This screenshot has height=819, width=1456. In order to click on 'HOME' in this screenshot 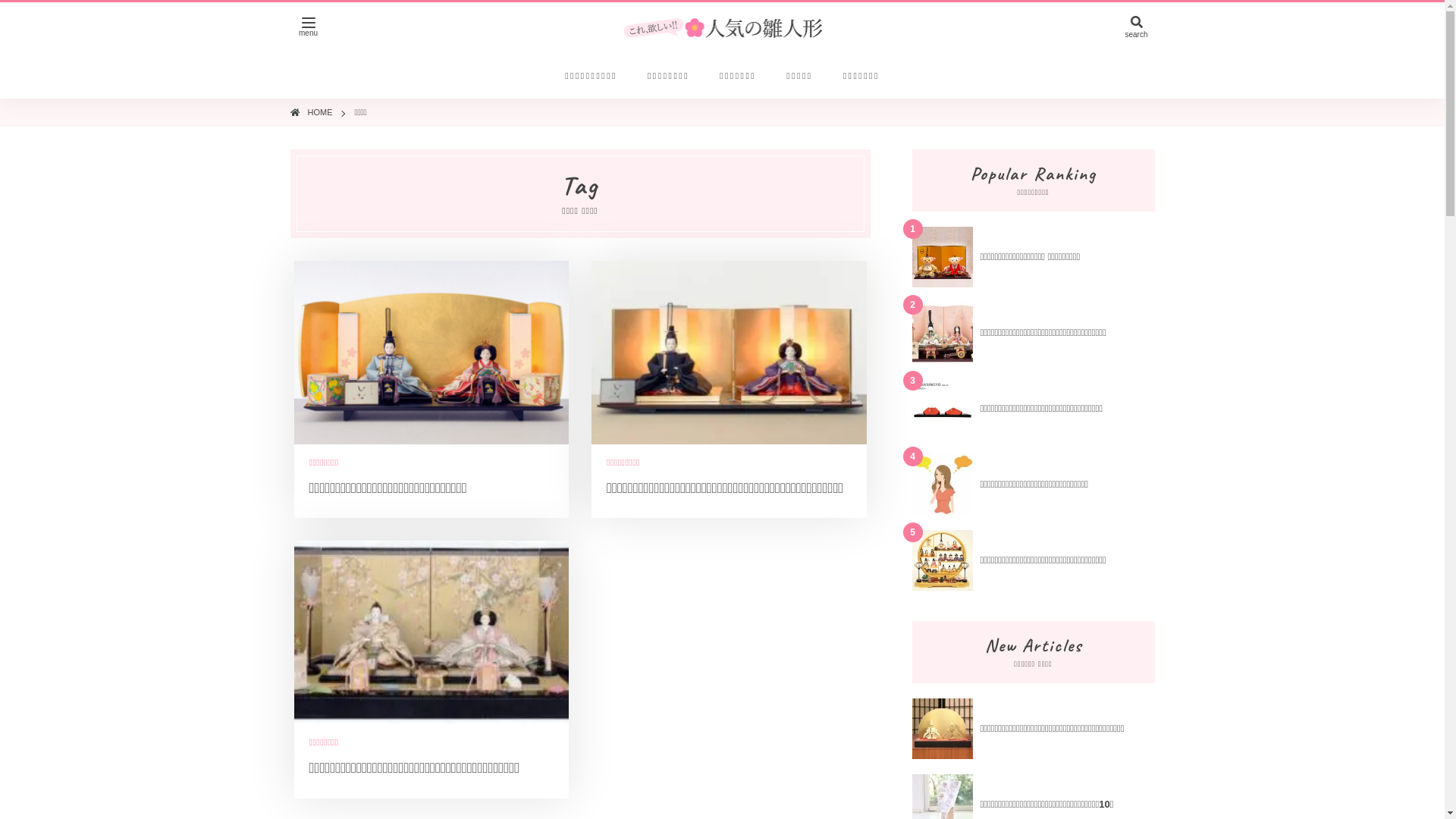, I will do `click(319, 111)`.